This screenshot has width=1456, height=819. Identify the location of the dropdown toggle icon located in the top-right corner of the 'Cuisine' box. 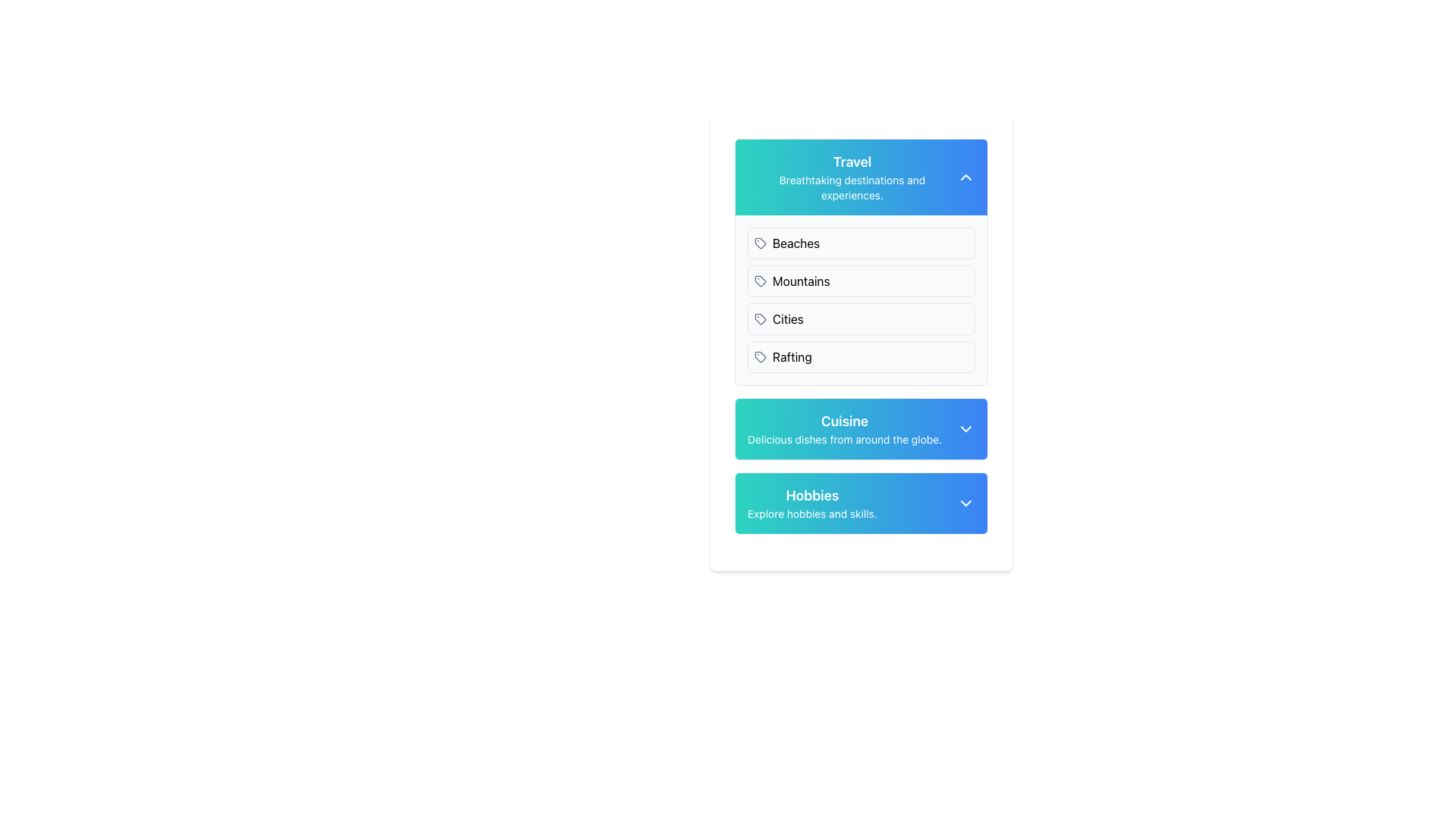
(965, 429).